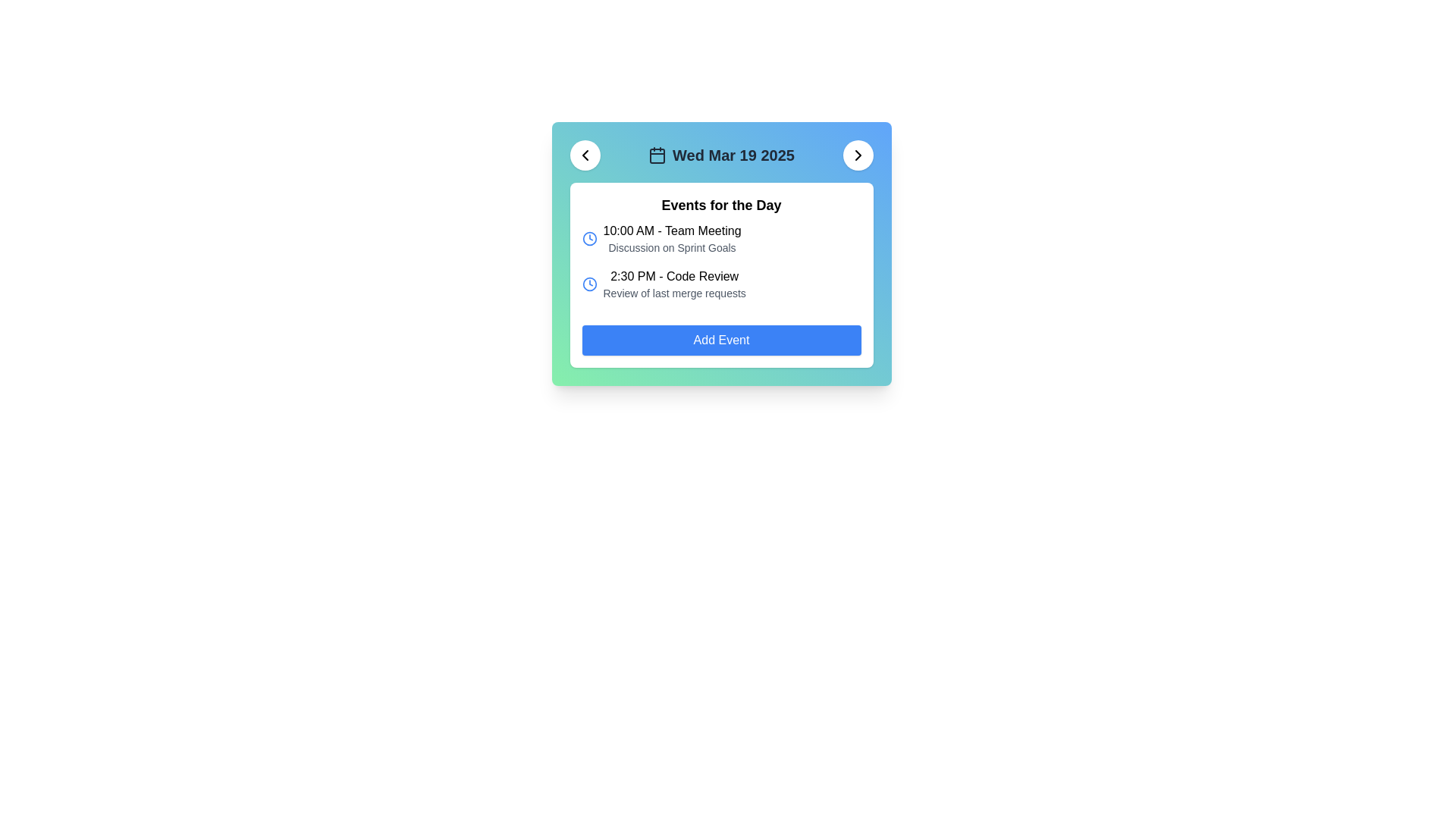 The width and height of the screenshot is (1456, 819). What do you see at coordinates (858, 155) in the screenshot?
I see `the circular button with a white background and chevron-right icon located at the top-right of the card displaying the date 'Wed Mar 19 2025'` at bounding box center [858, 155].